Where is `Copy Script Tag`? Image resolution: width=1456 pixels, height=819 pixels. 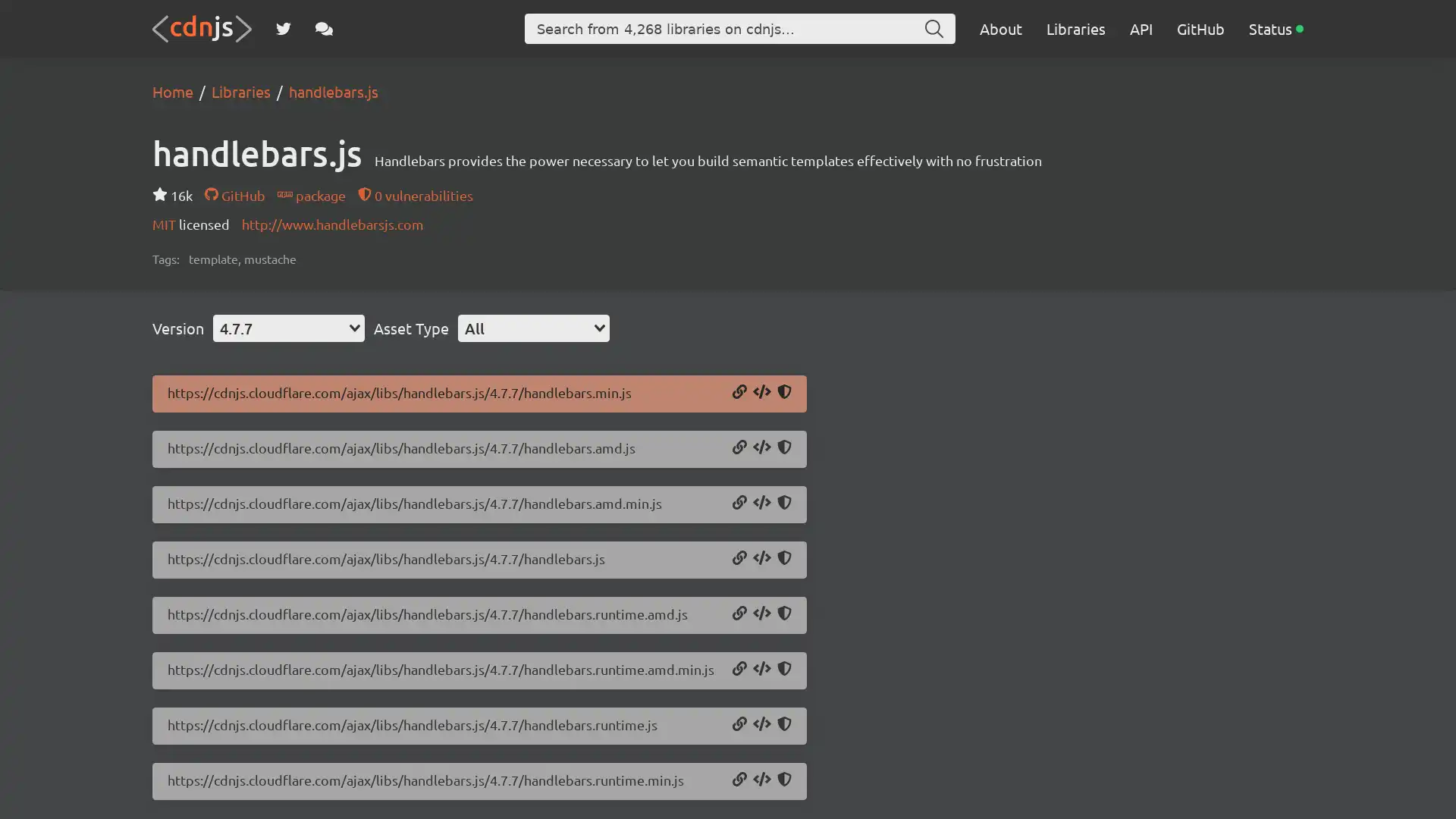
Copy Script Tag is located at coordinates (761, 392).